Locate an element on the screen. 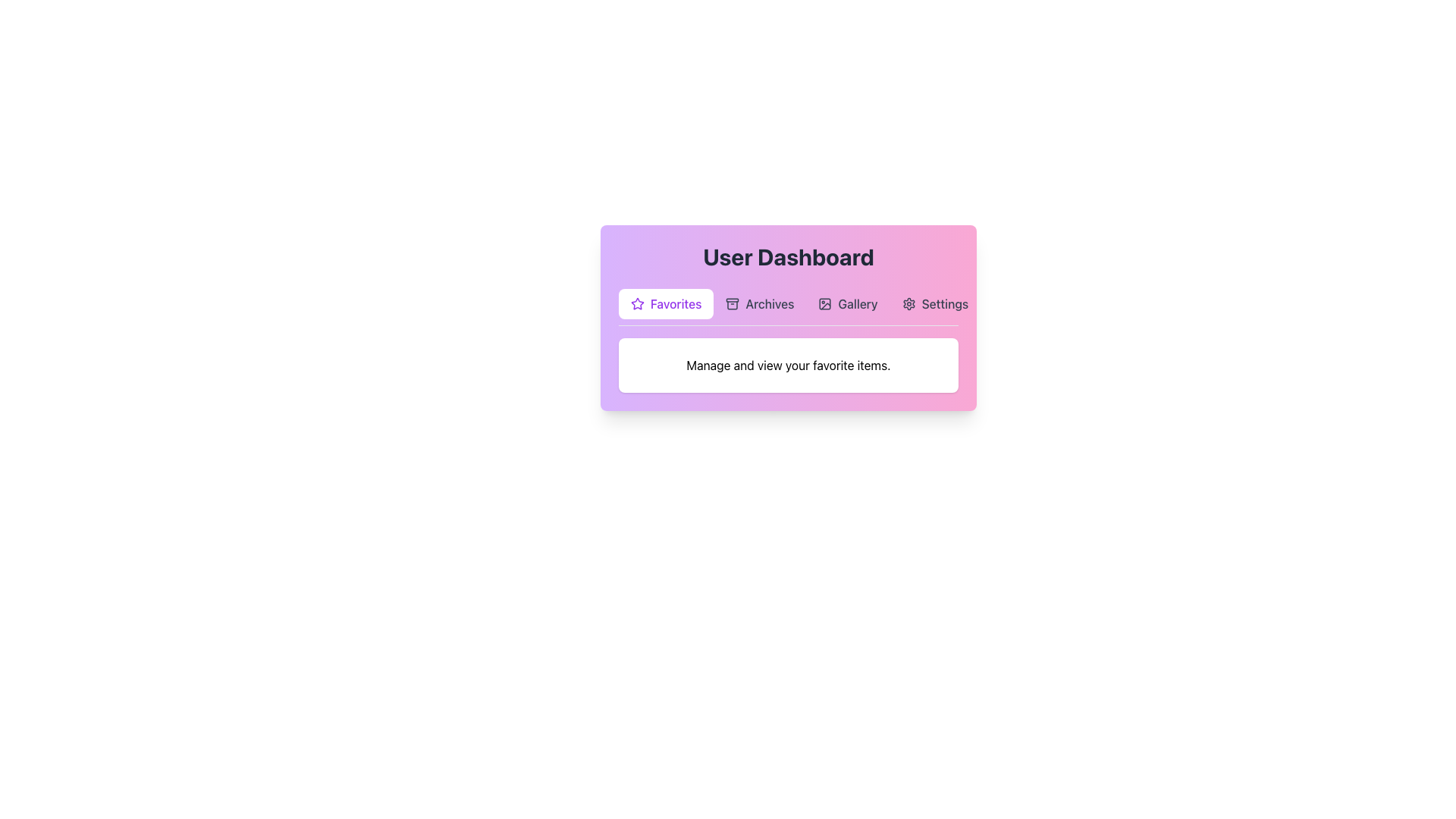 The width and height of the screenshot is (1456, 819). the 'Archives' button in the User Dashboard navigation bar is located at coordinates (760, 304).